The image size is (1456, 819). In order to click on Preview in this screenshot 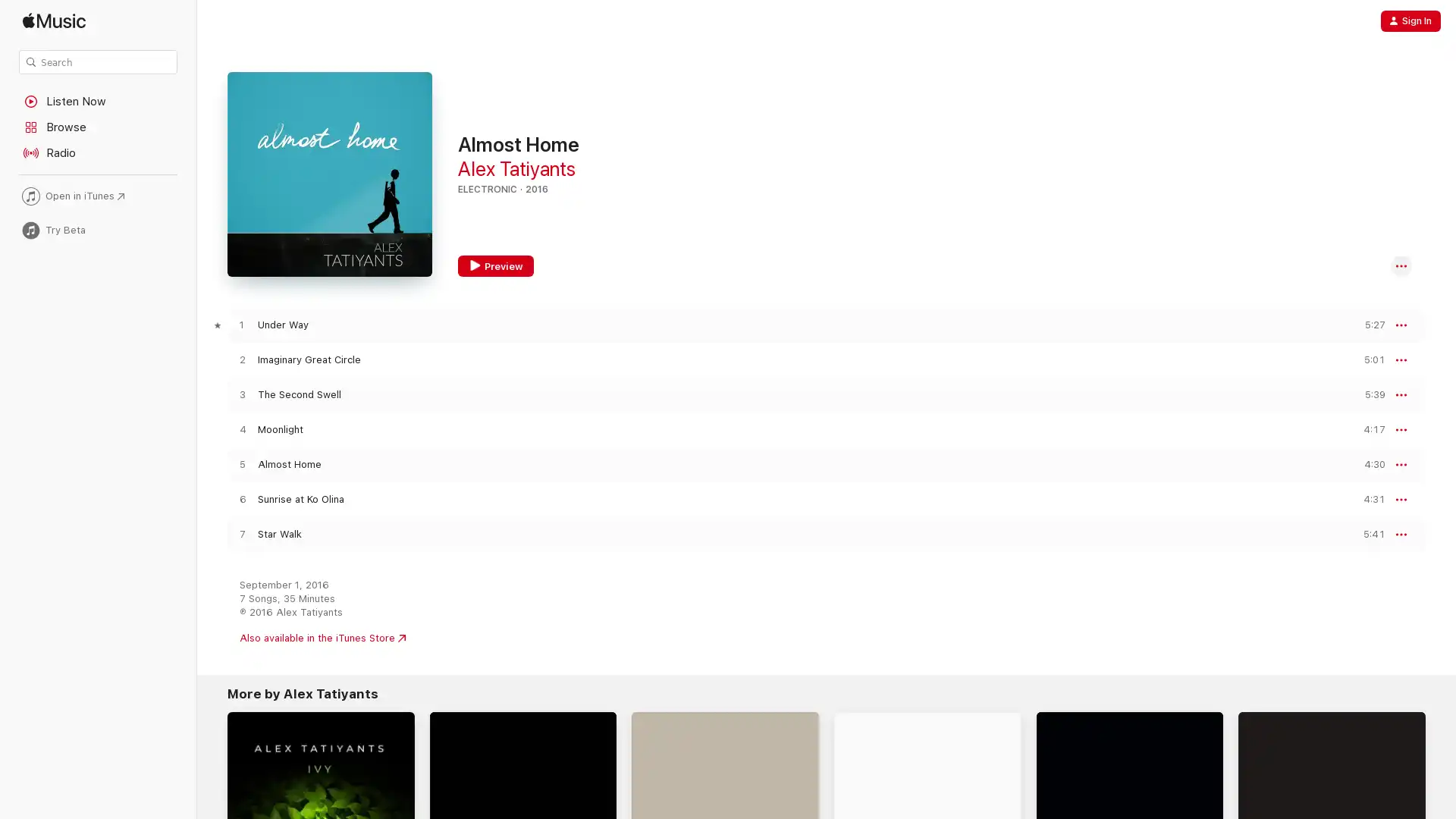, I will do `click(1368, 463)`.